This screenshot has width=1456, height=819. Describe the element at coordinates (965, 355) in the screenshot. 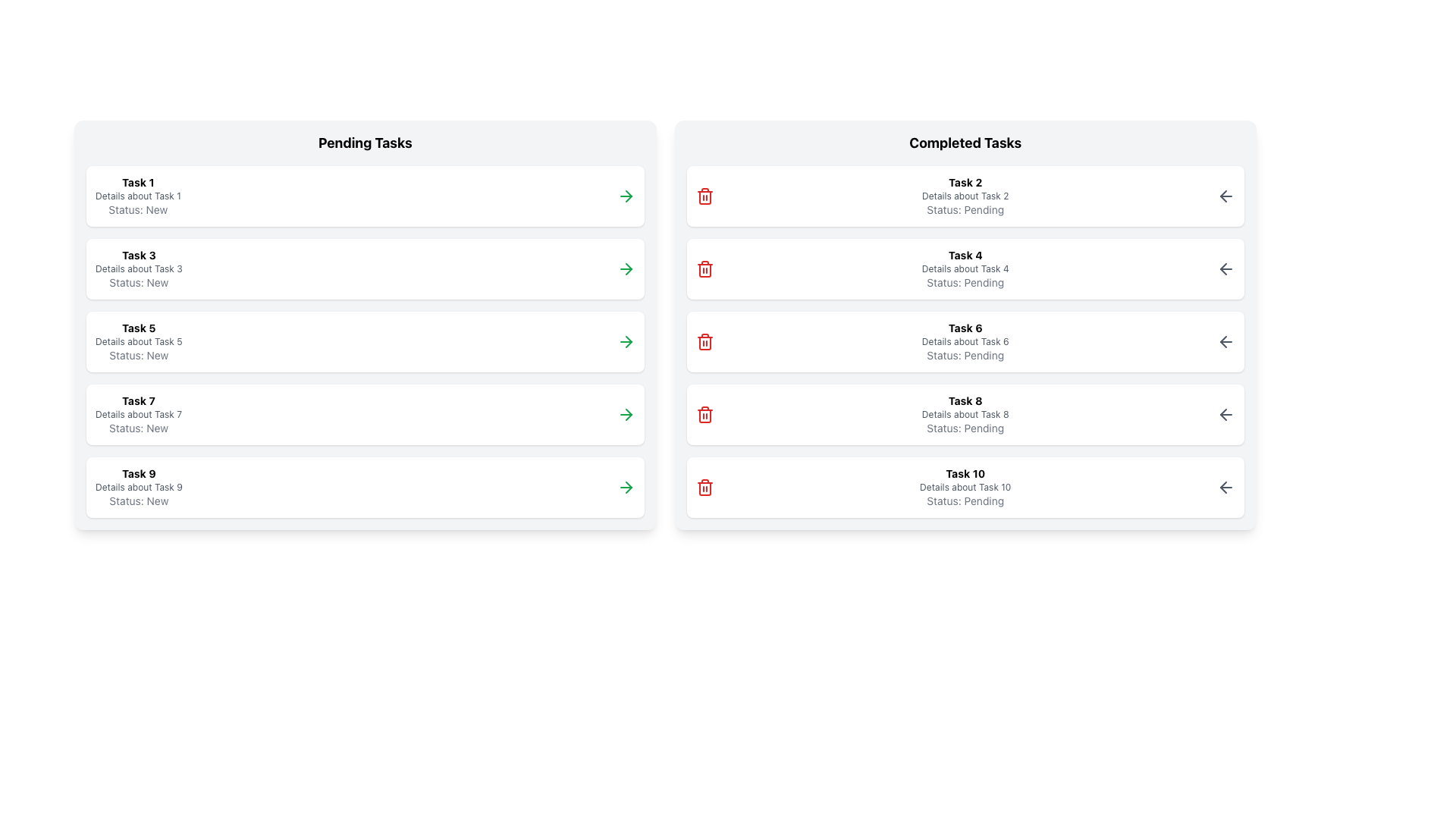

I see `text displayed in the Text Label located under 'Task 6' in the 'Completed Tasks' column` at that location.